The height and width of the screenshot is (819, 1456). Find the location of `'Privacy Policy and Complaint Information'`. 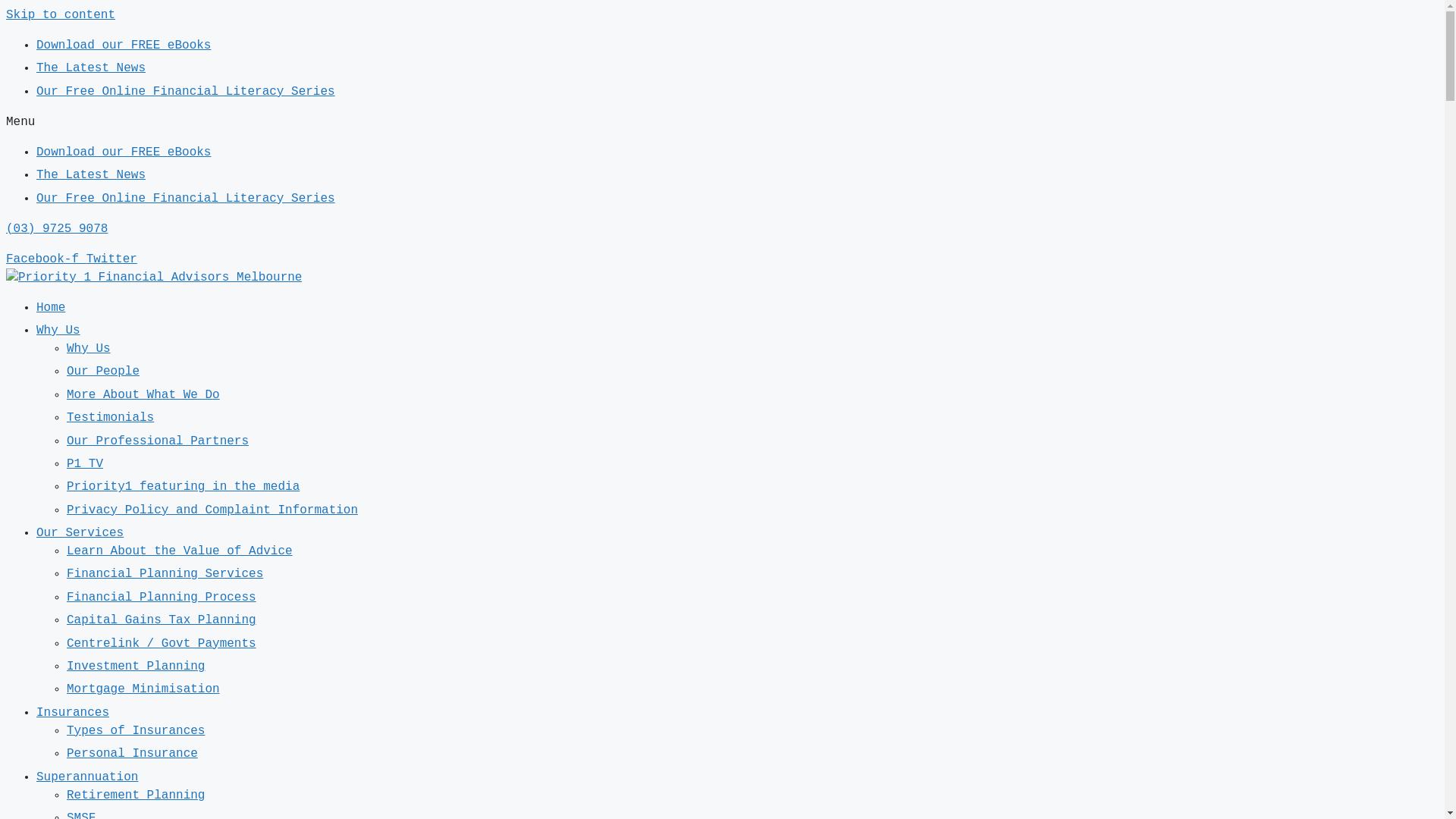

'Privacy Policy and Complaint Information' is located at coordinates (211, 510).